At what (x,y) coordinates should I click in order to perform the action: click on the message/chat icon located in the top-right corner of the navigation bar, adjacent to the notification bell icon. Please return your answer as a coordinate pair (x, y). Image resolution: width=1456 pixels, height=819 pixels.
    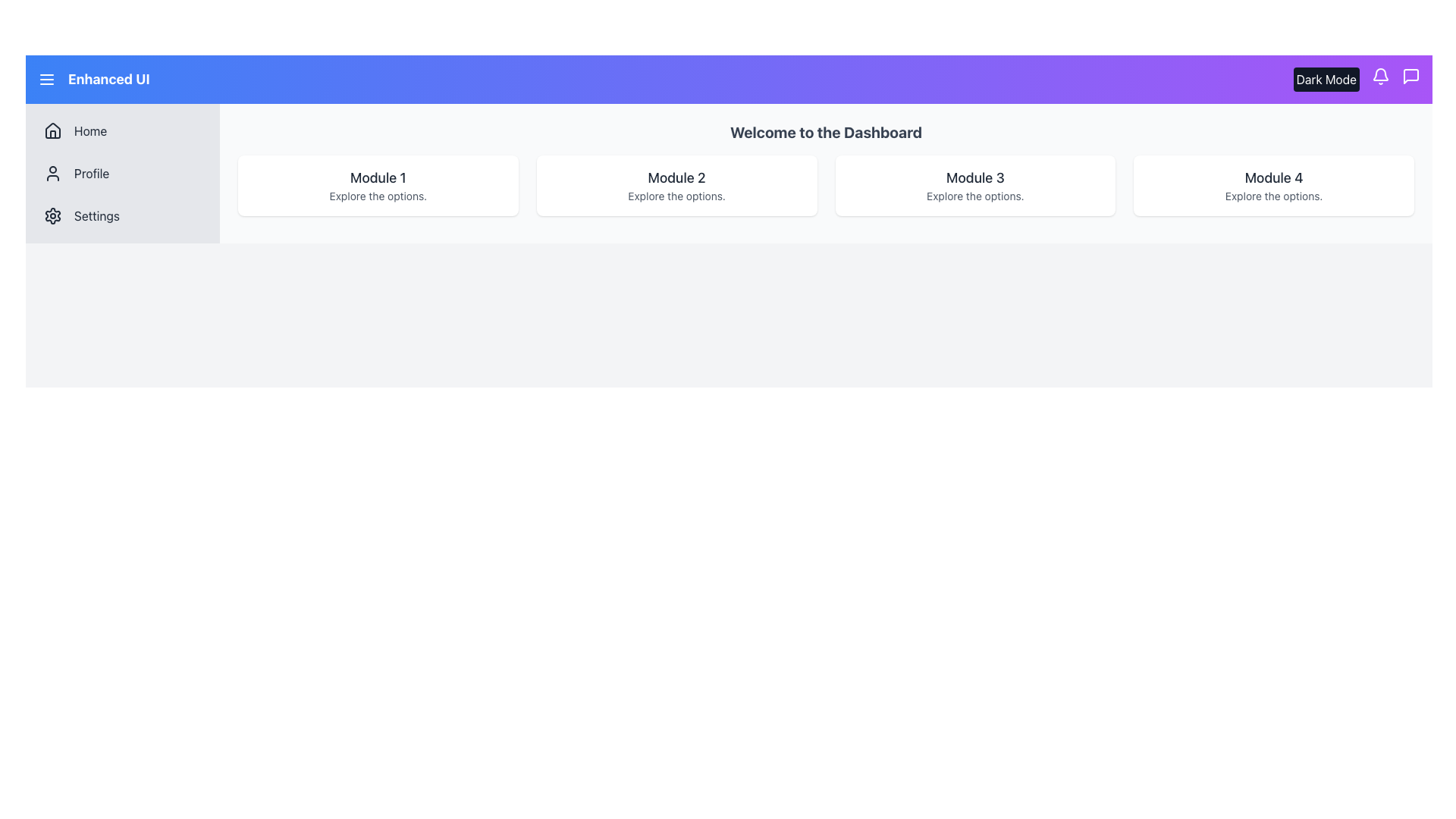
    Looking at the image, I should click on (1410, 76).